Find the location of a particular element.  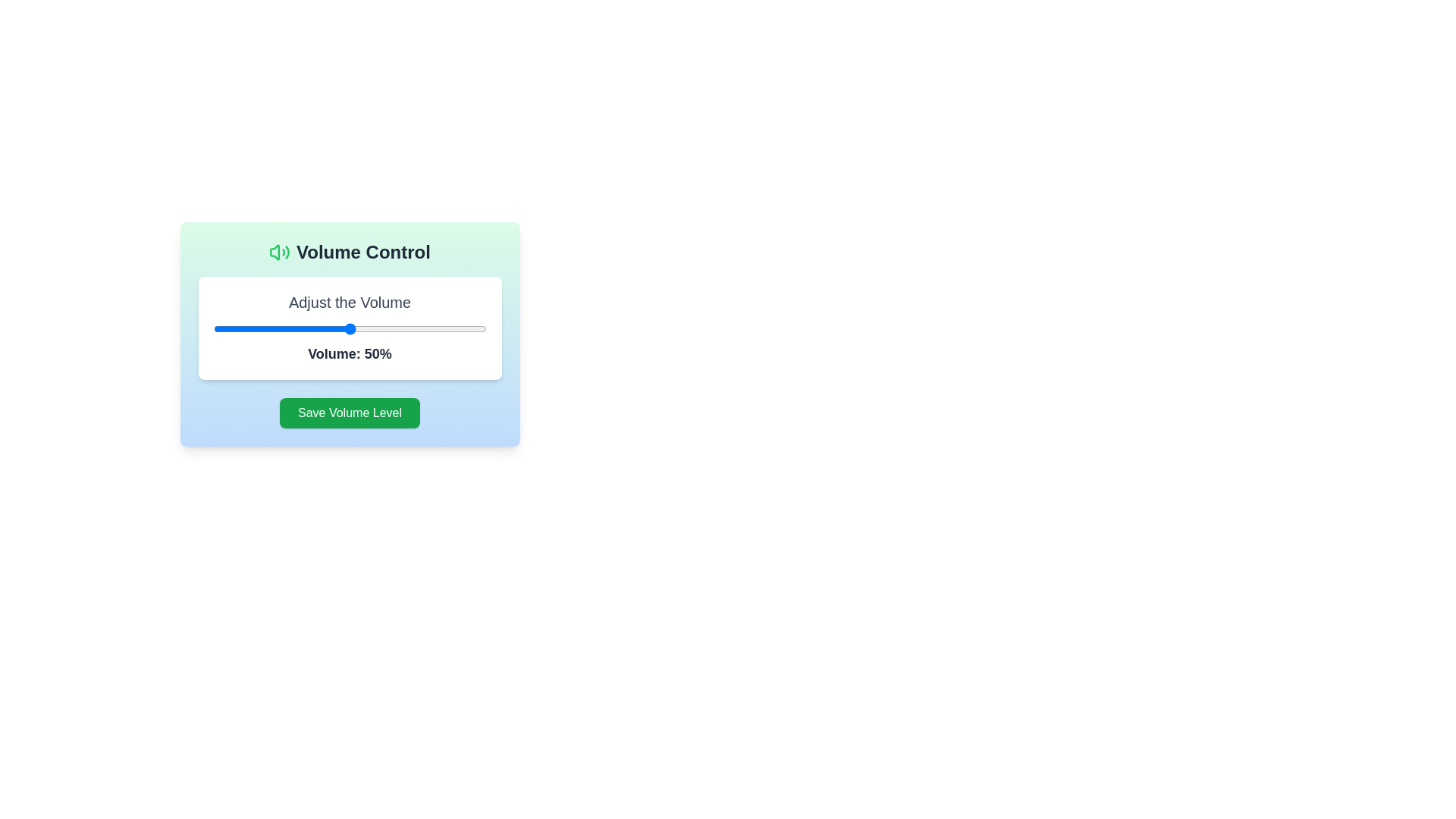

the volume slider to set the volume to 54% is located at coordinates (359, 328).